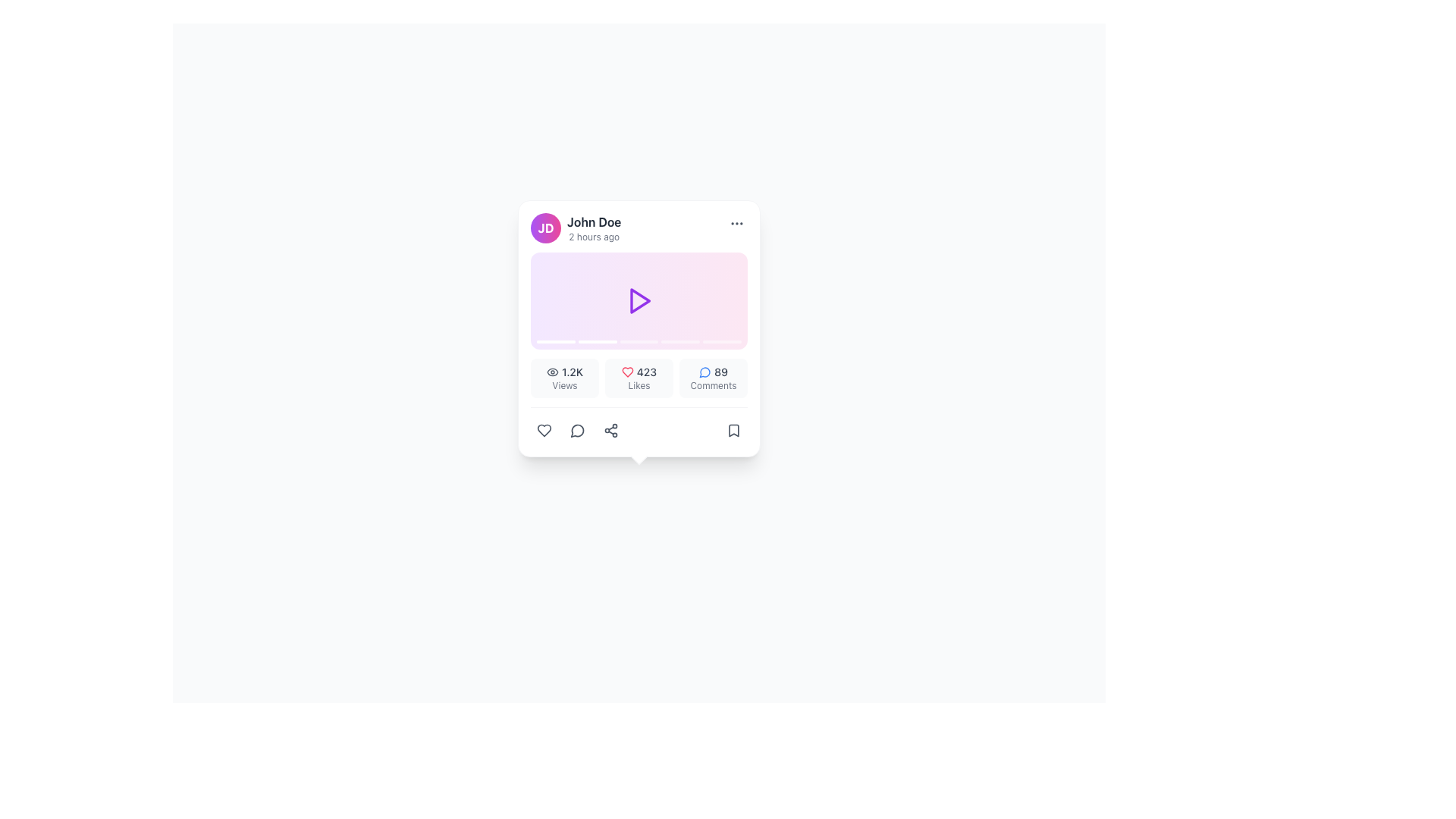 Image resolution: width=1456 pixels, height=819 pixels. Describe the element at coordinates (552, 372) in the screenshot. I see `the eye icon element indicating views (1.2K) for accessibility purposes` at that location.